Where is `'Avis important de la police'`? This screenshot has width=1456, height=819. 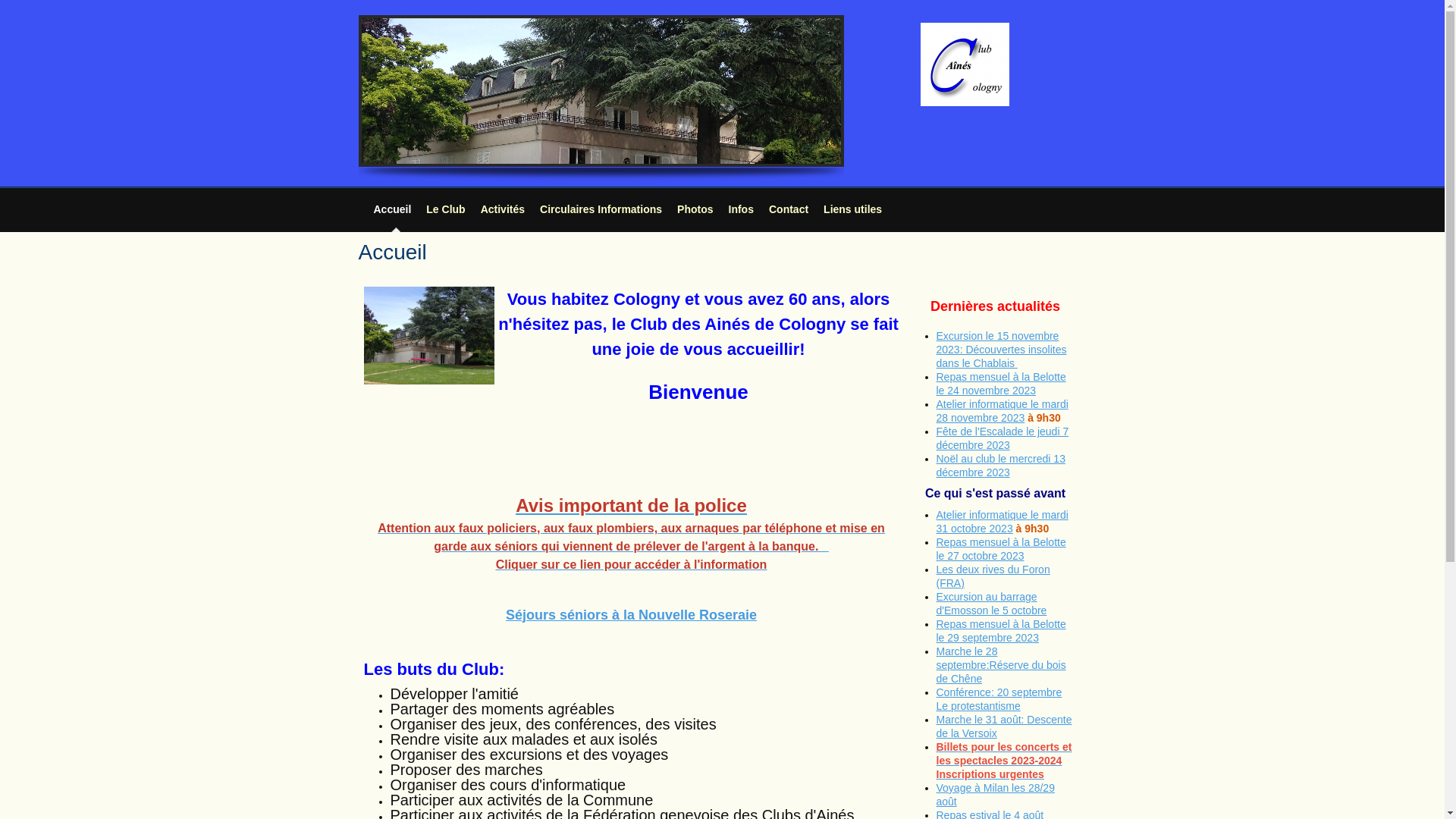
'Avis important de la police' is located at coordinates (631, 505).